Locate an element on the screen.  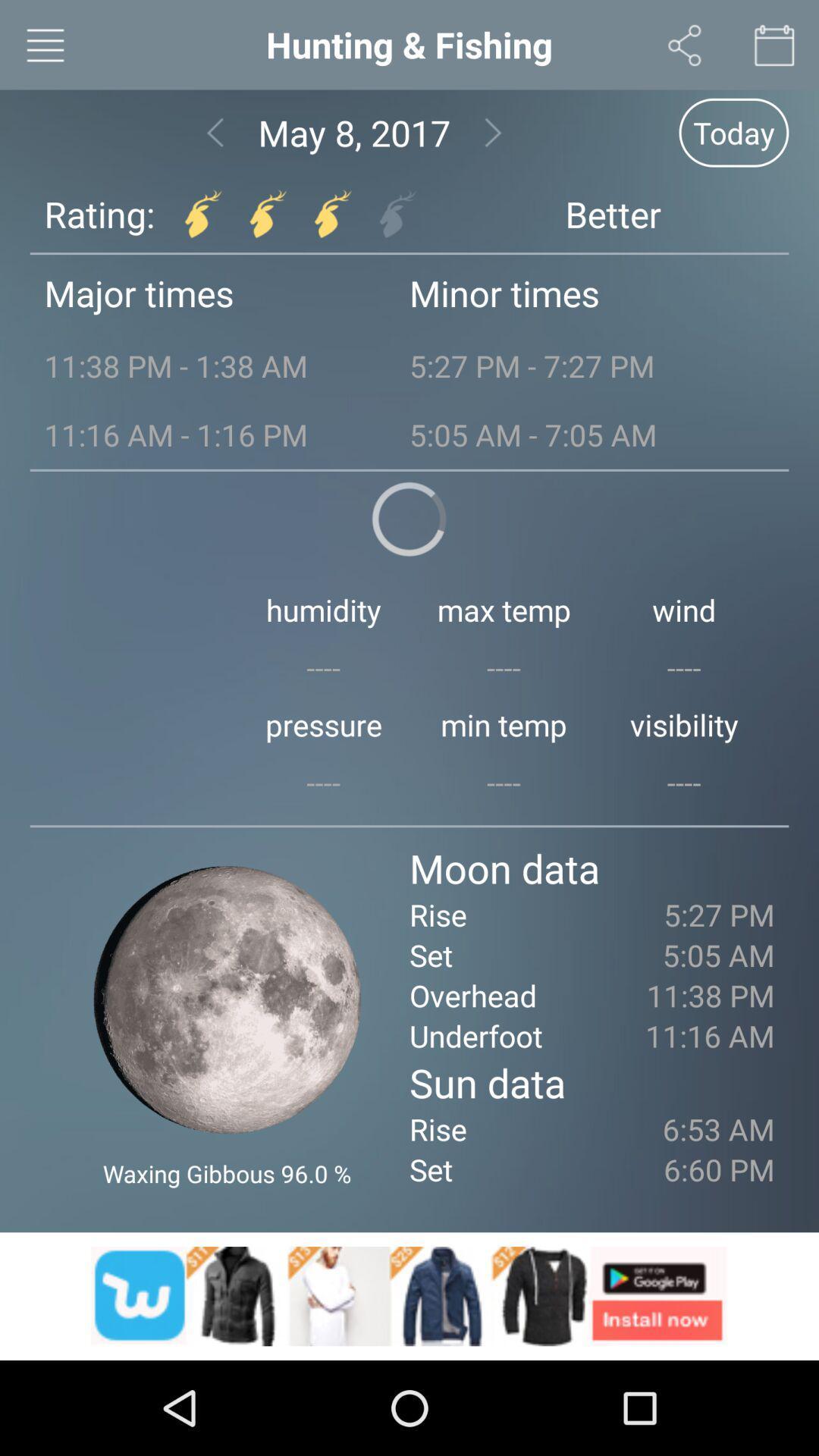
the arrow_forward icon is located at coordinates (493, 142).